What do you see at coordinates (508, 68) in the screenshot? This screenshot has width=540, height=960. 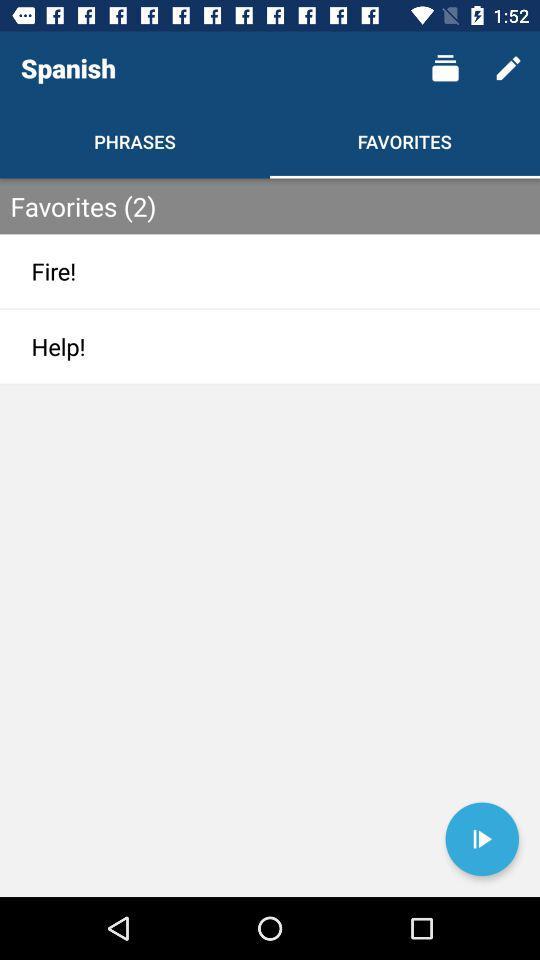 I see `the item above favorites (2) icon` at bounding box center [508, 68].